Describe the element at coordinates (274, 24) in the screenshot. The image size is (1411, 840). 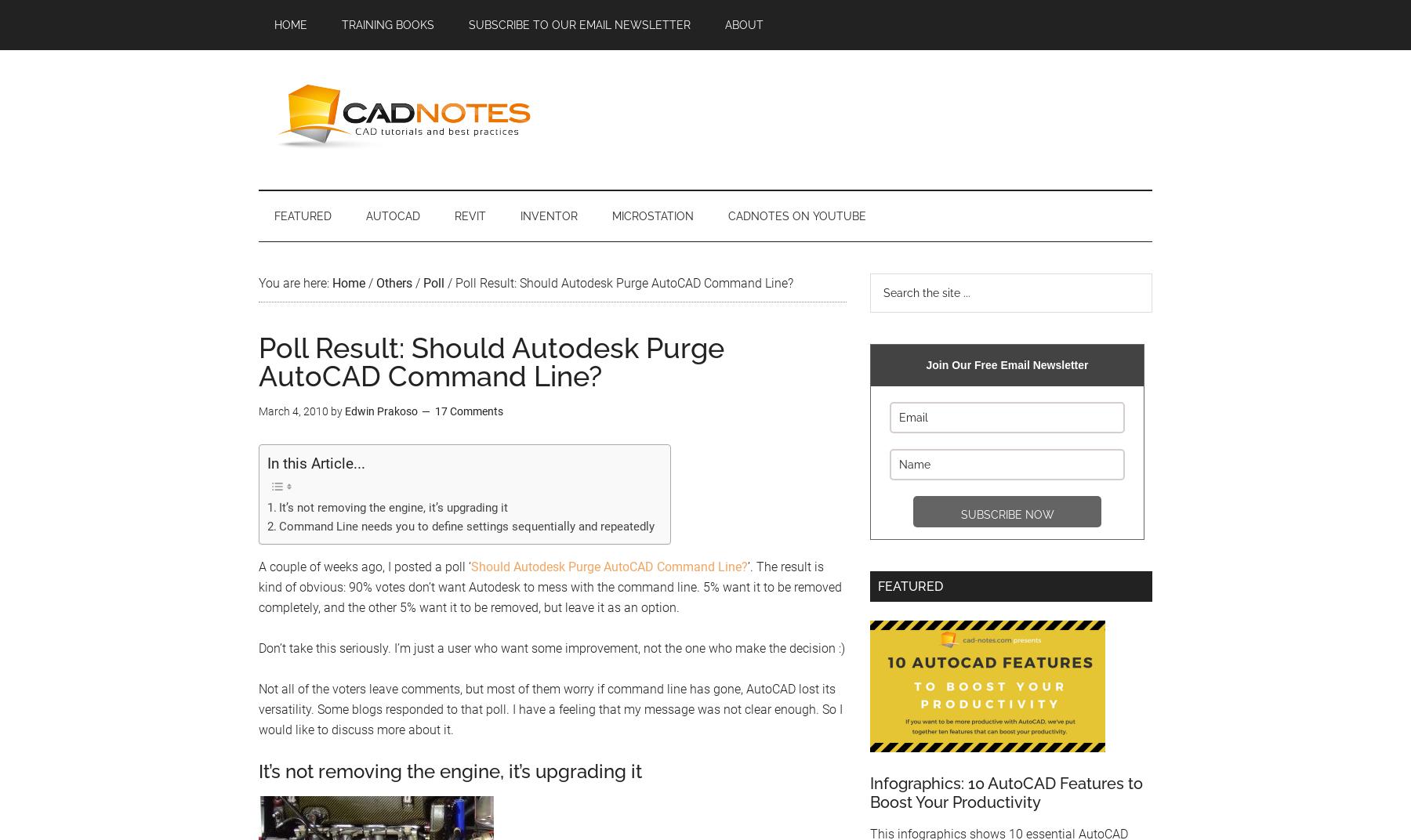
I see `'Home'` at that location.